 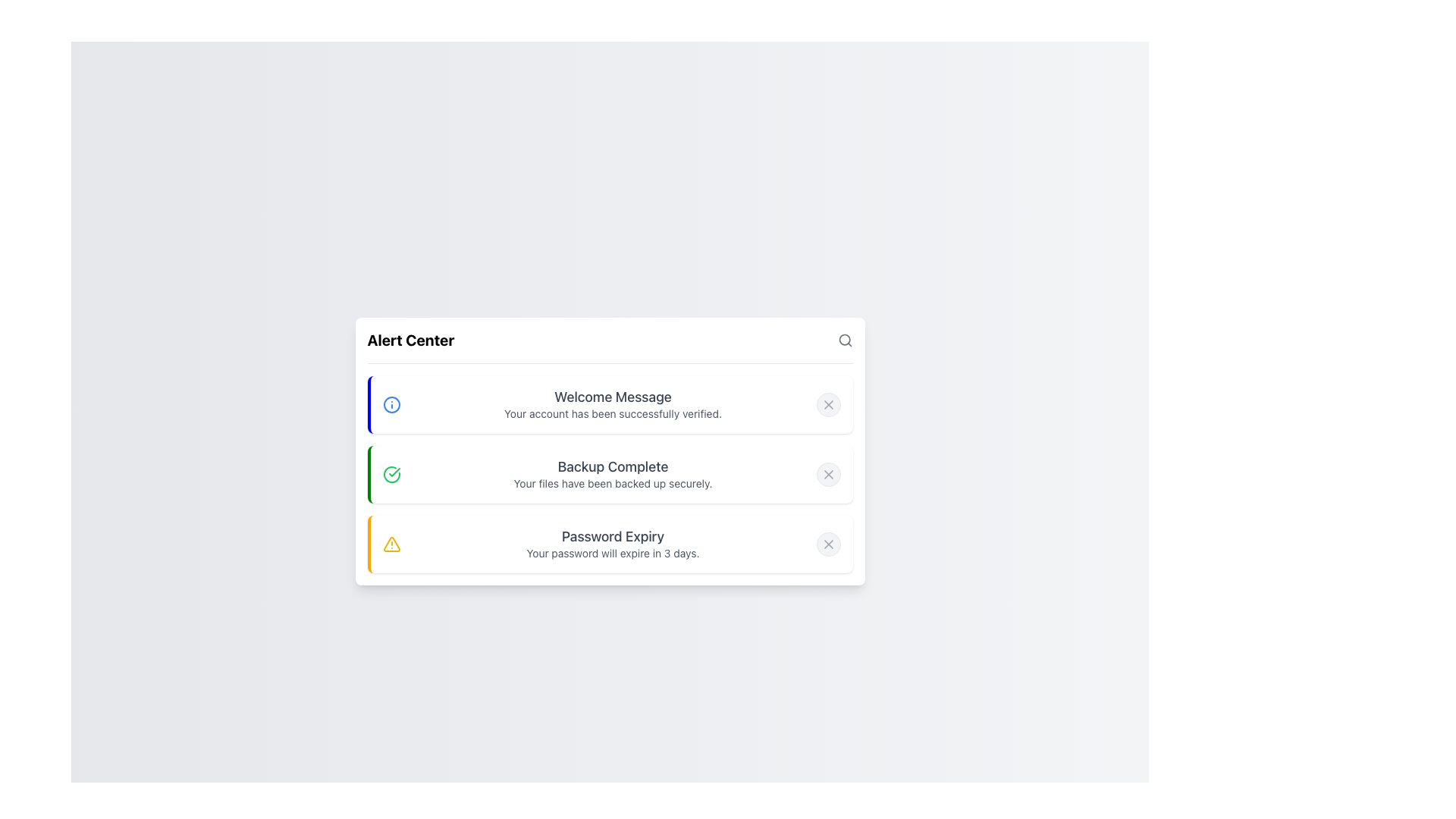 I want to click on the 'X' icon inside the circular close button located at the top-right corner of the 'Backup Complete' alert card, so click(x=827, y=473).